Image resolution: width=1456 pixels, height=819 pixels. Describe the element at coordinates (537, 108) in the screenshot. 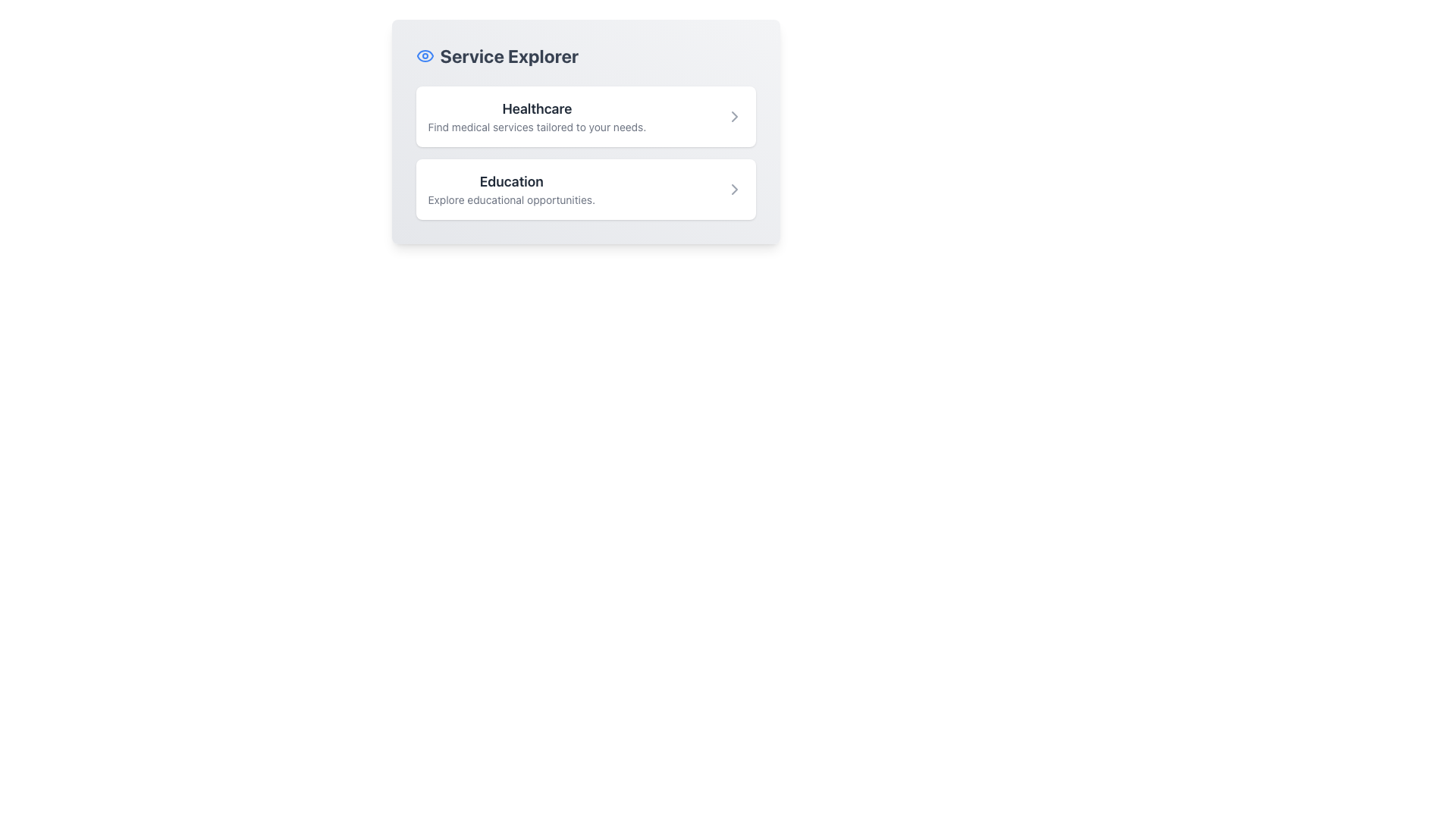

I see `the header text label for healthcare services` at that location.